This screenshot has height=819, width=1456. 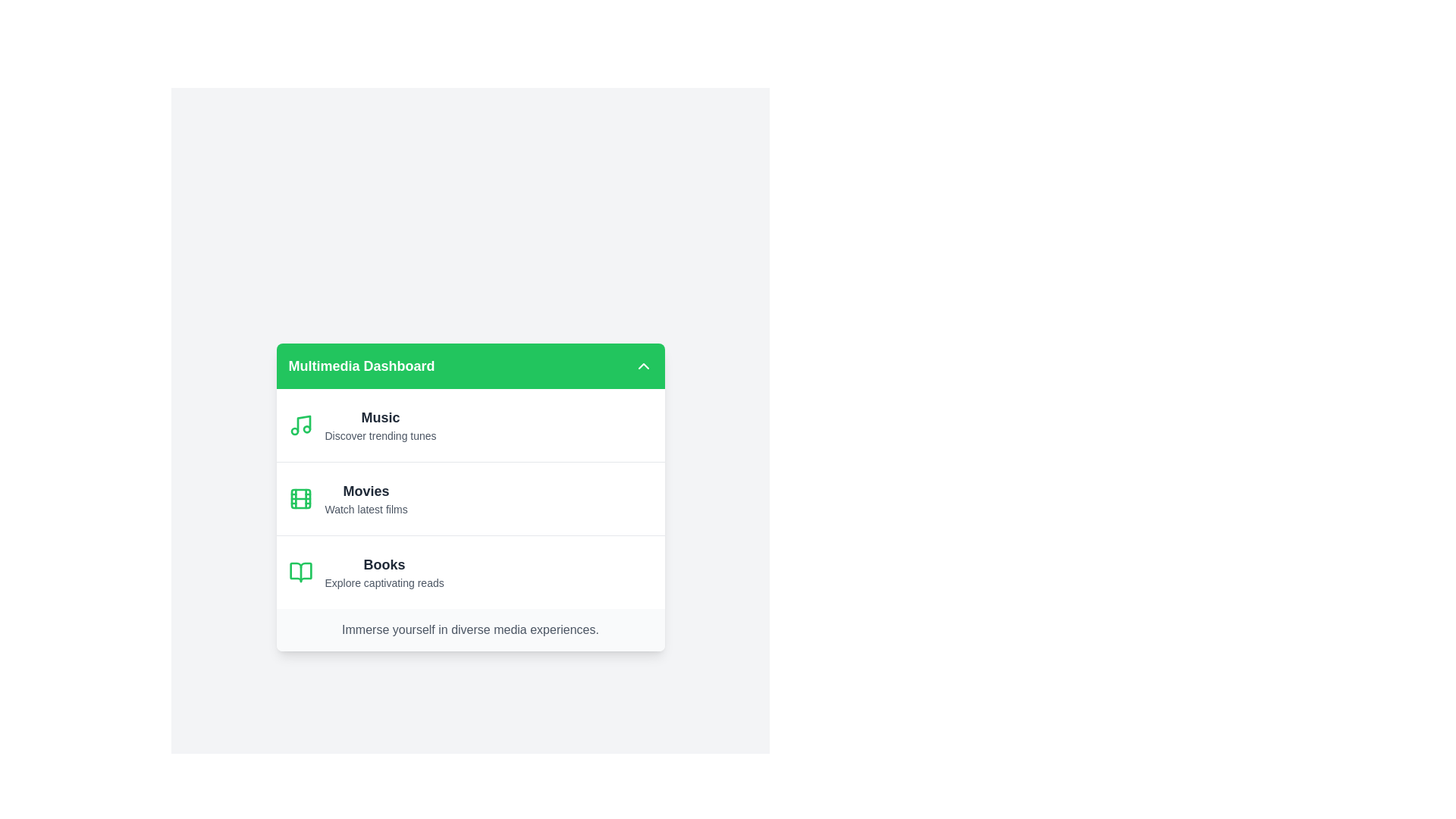 What do you see at coordinates (469, 425) in the screenshot?
I see `the category Music to explore its content` at bounding box center [469, 425].